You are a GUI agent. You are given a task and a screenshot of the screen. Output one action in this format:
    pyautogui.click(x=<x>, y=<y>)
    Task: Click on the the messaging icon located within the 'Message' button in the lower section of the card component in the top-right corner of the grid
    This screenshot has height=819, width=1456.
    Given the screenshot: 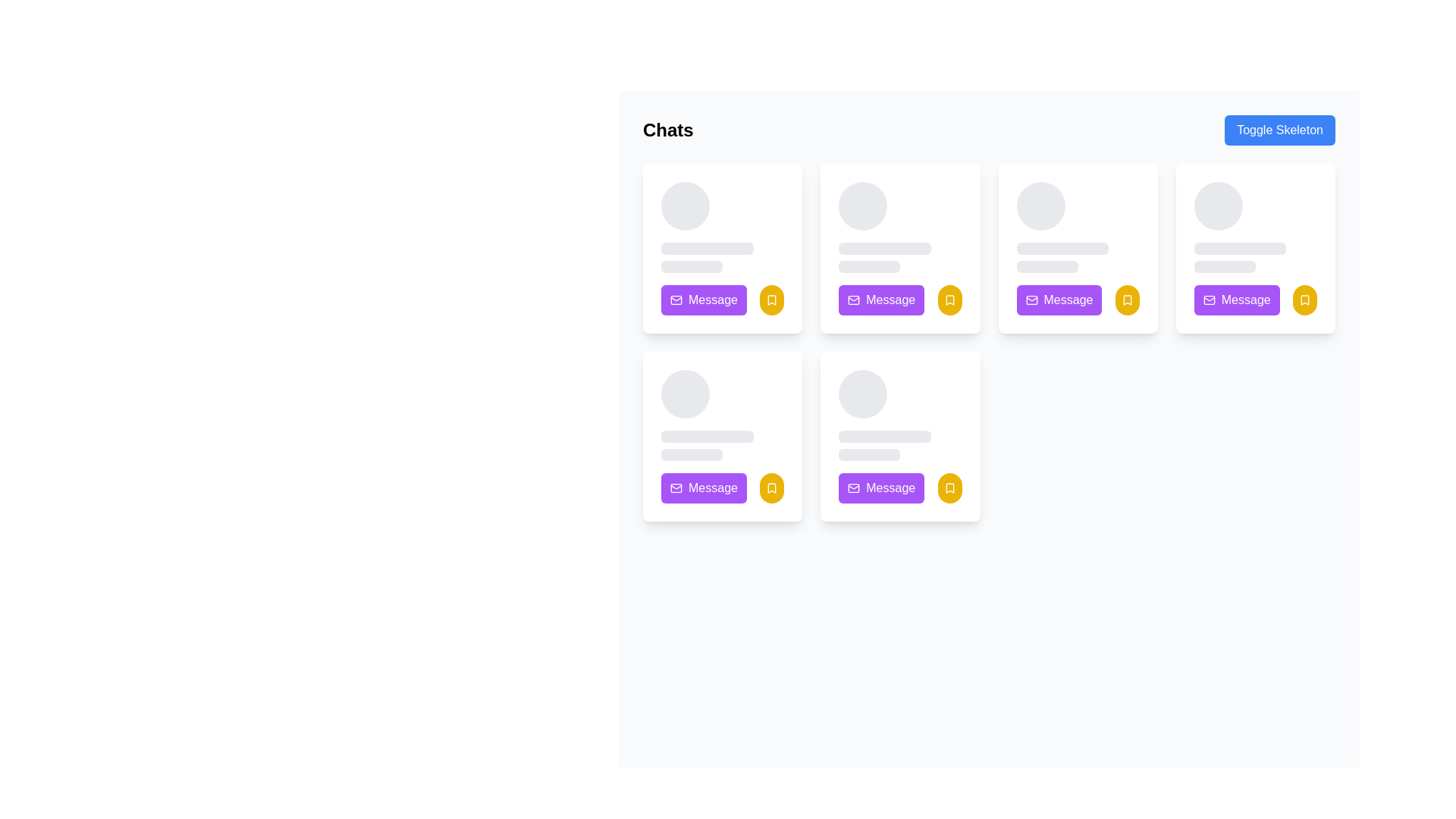 What is the action you would take?
    pyautogui.click(x=1208, y=300)
    